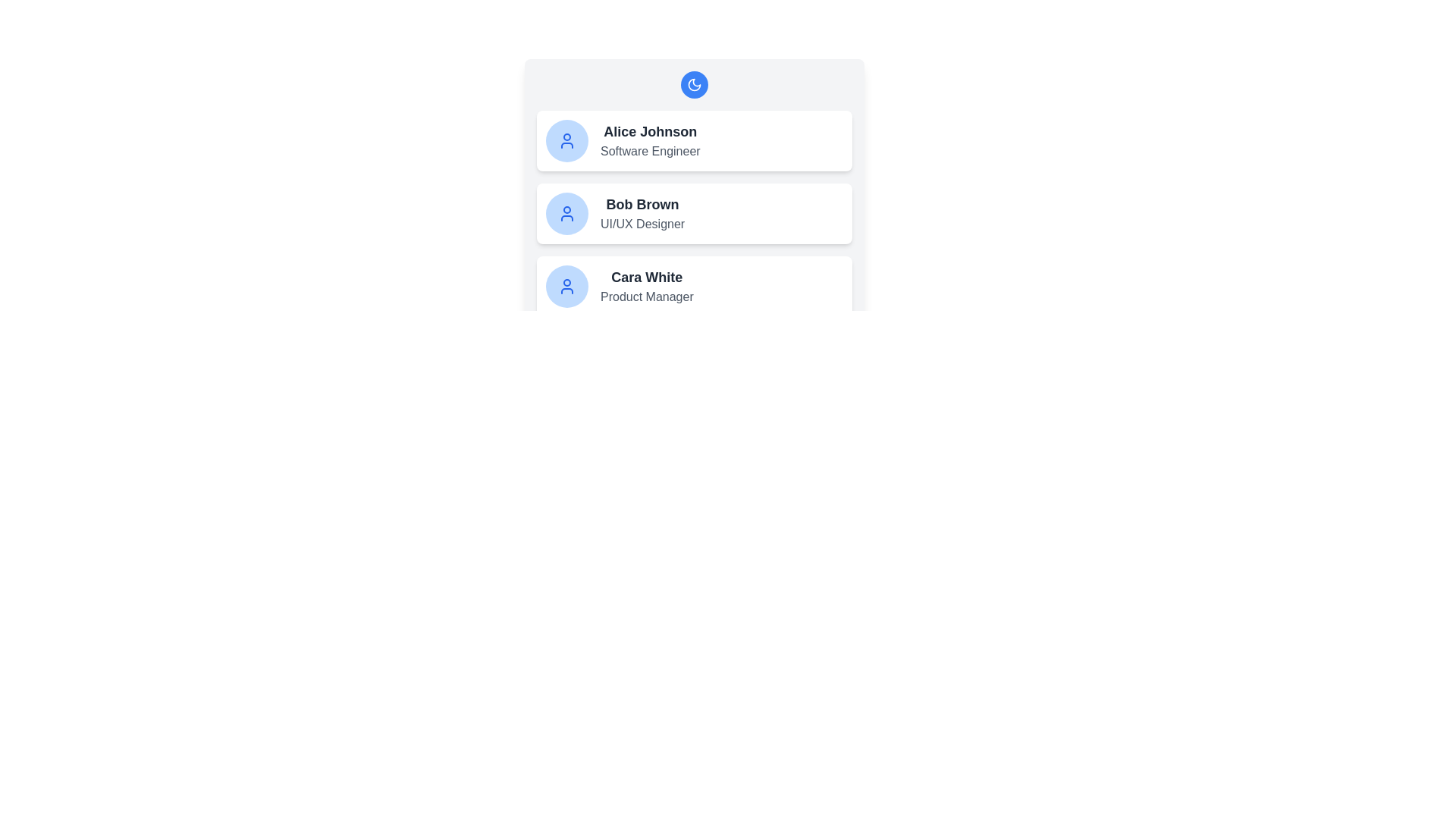 This screenshot has width=1456, height=819. I want to click on the card containing 'Bob Brown', which is the second card in the list, so click(694, 213).